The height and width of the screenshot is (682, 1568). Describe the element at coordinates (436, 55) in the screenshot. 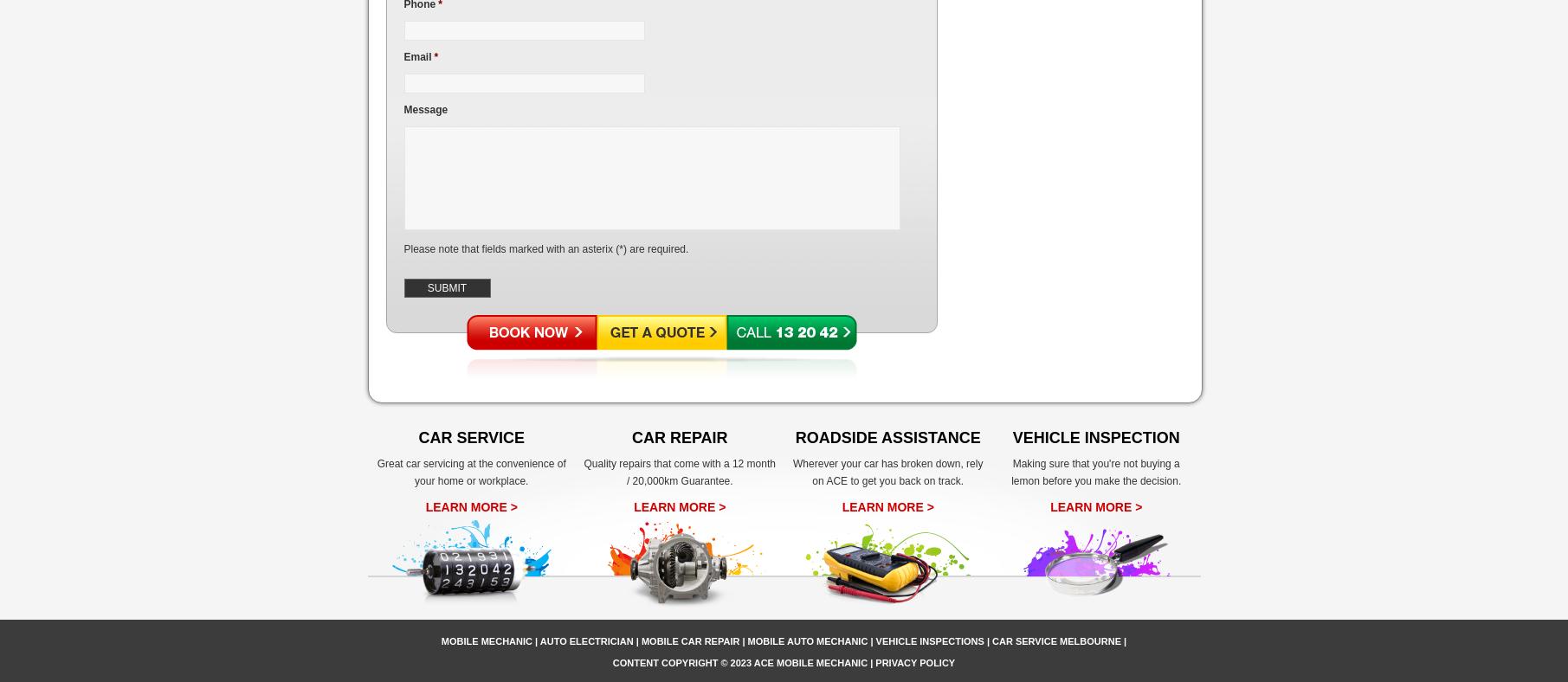

I see `'*'` at that location.